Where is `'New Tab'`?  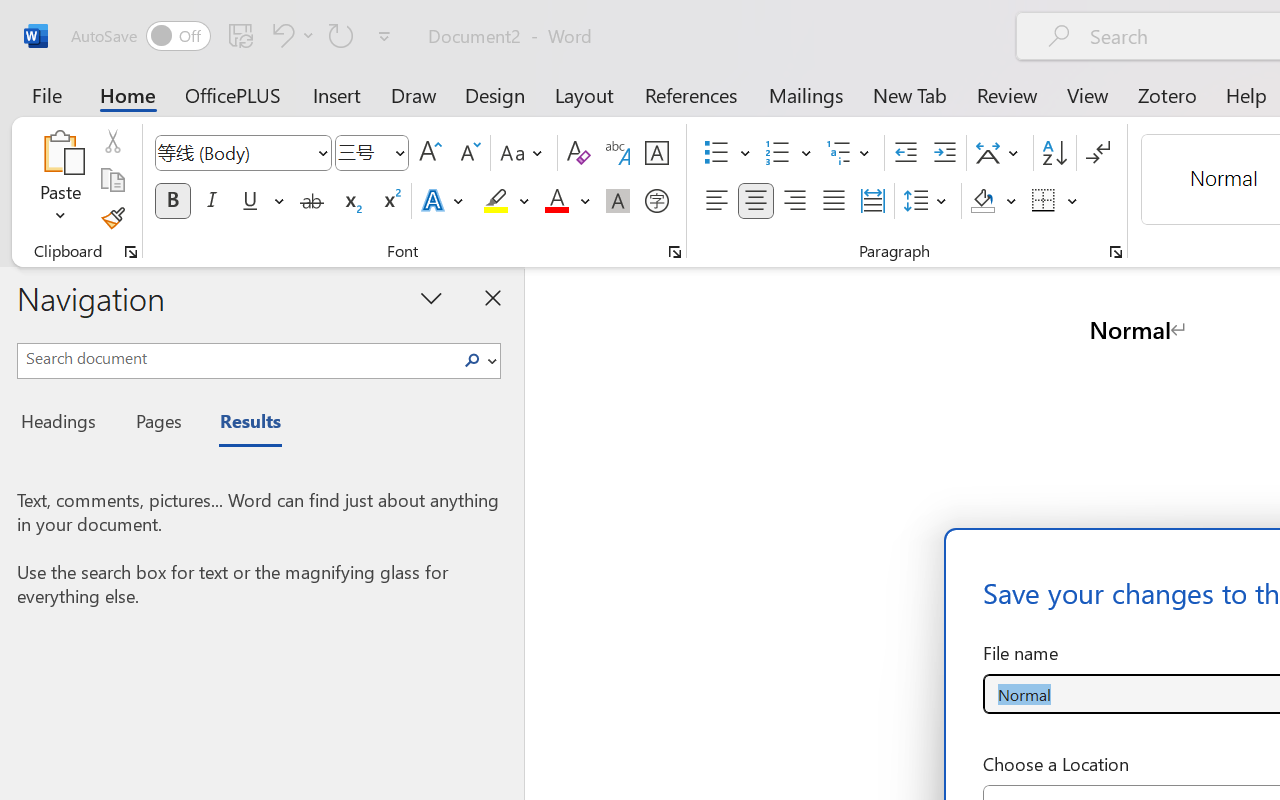
'New Tab' is located at coordinates (909, 94).